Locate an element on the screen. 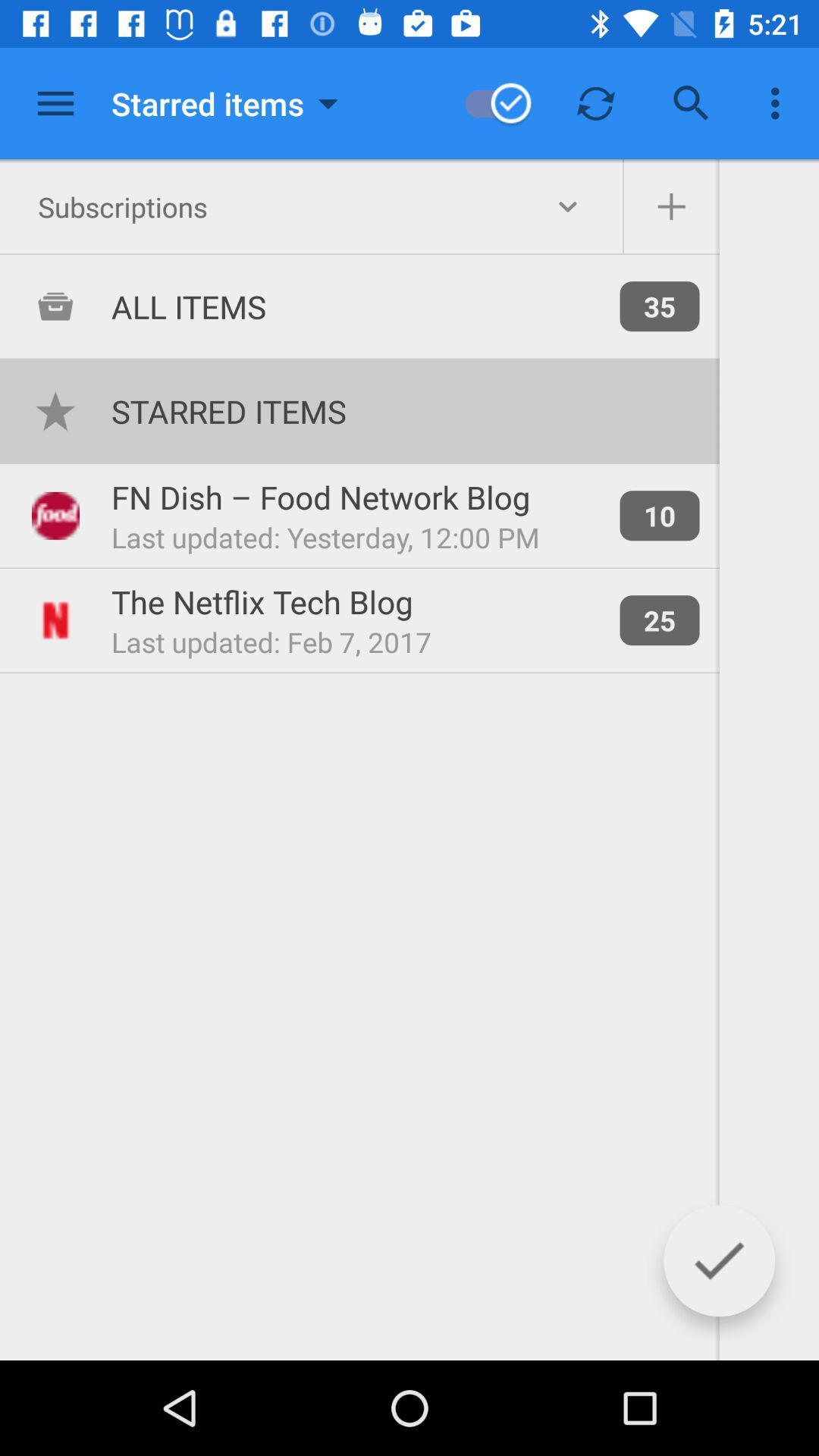 The image size is (819, 1456). advertisement is located at coordinates (670, 206).